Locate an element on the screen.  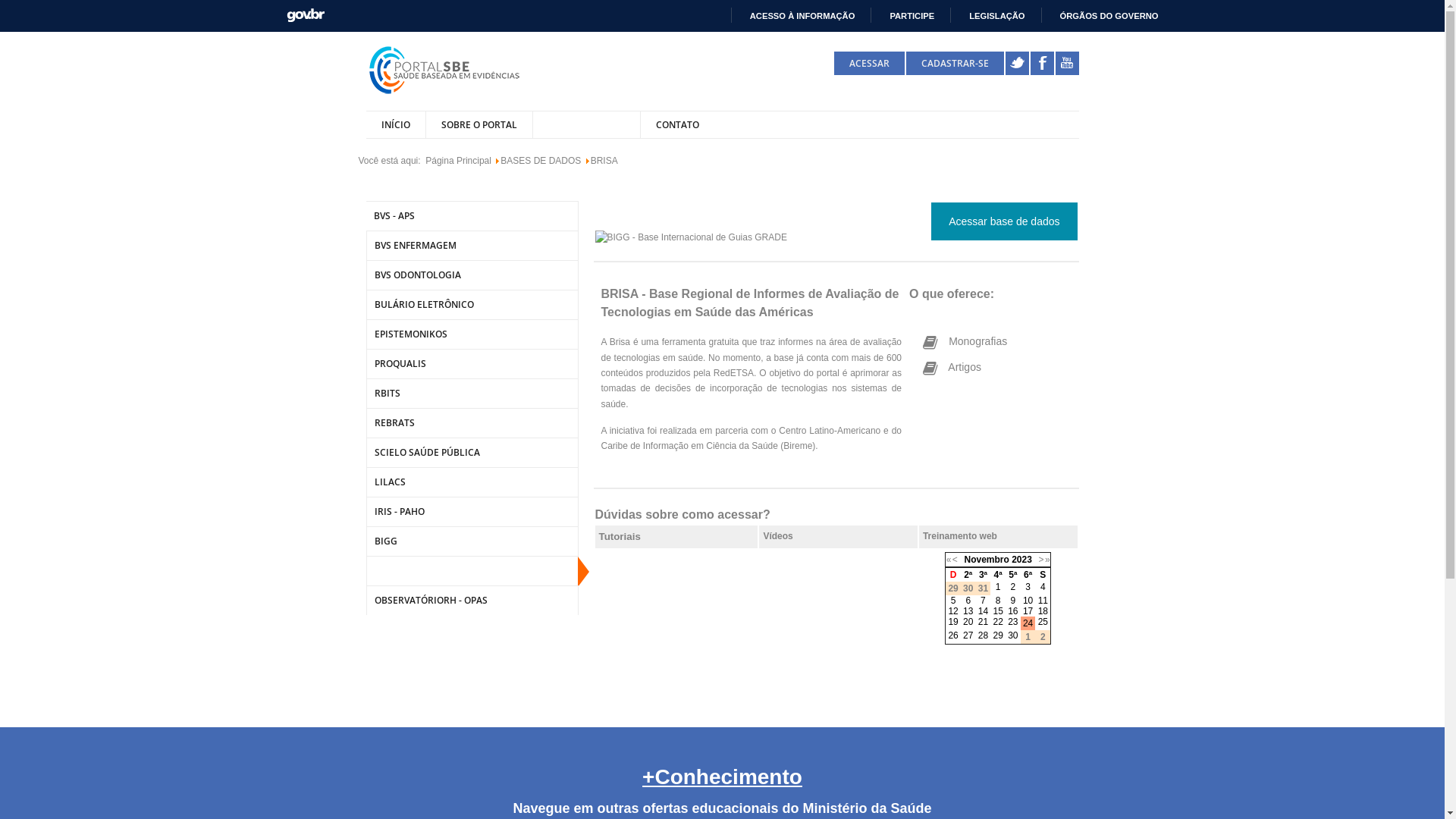
'REBRATS' is located at coordinates (471, 422).